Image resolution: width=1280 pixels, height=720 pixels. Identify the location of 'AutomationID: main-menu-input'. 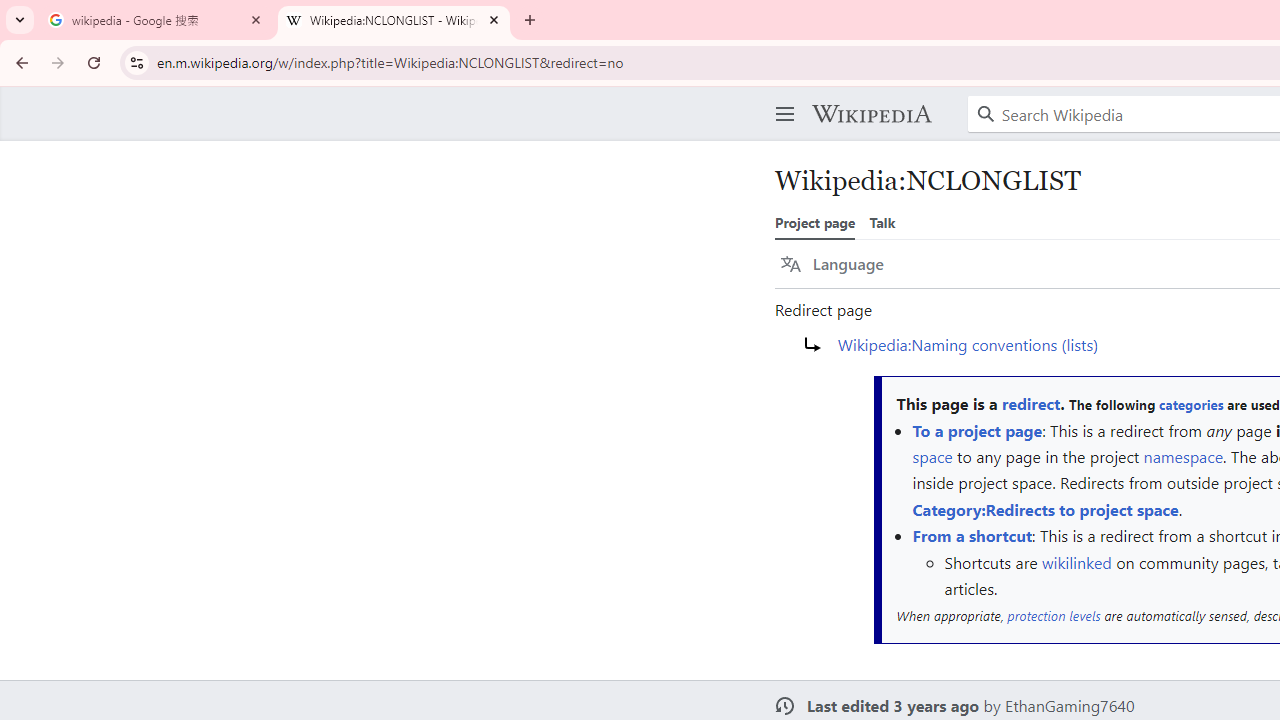
(780, 98).